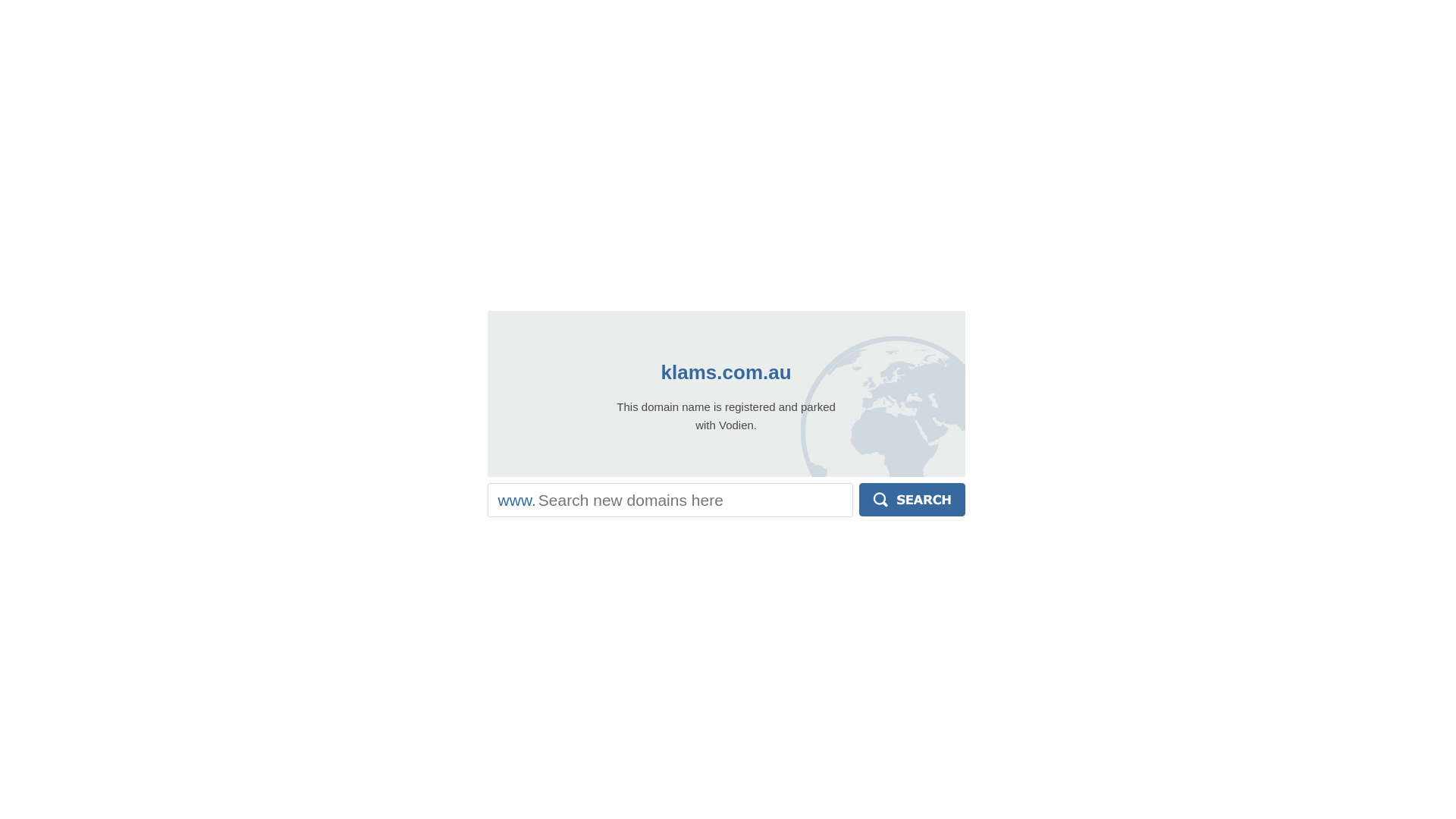 Image resolution: width=1456 pixels, height=819 pixels. I want to click on 'Search', so click(912, 500).